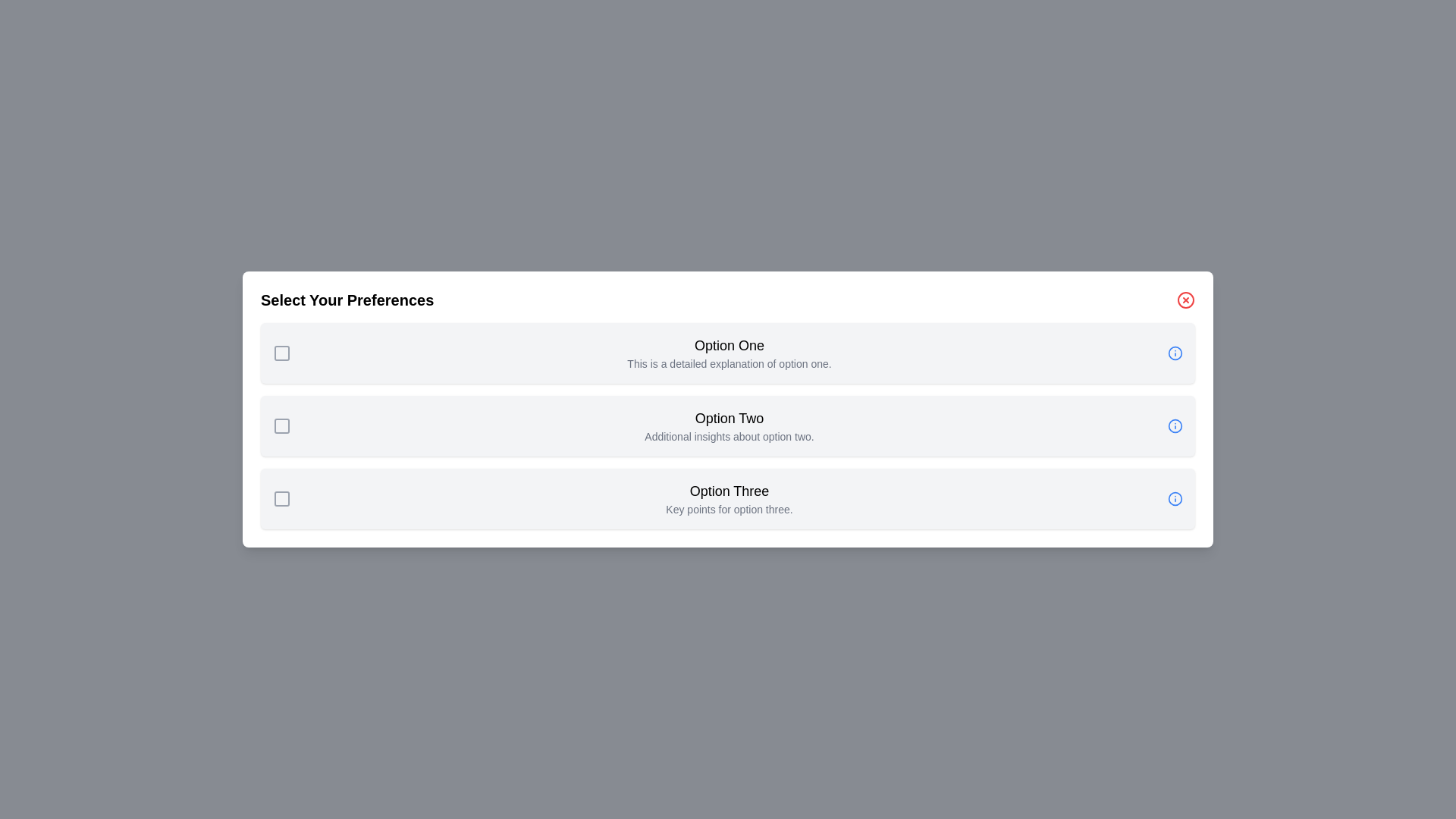 Image resolution: width=1456 pixels, height=819 pixels. I want to click on the Circle graphic icon located in the second row of options at the right-most edge of the list item, so click(1175, 426).